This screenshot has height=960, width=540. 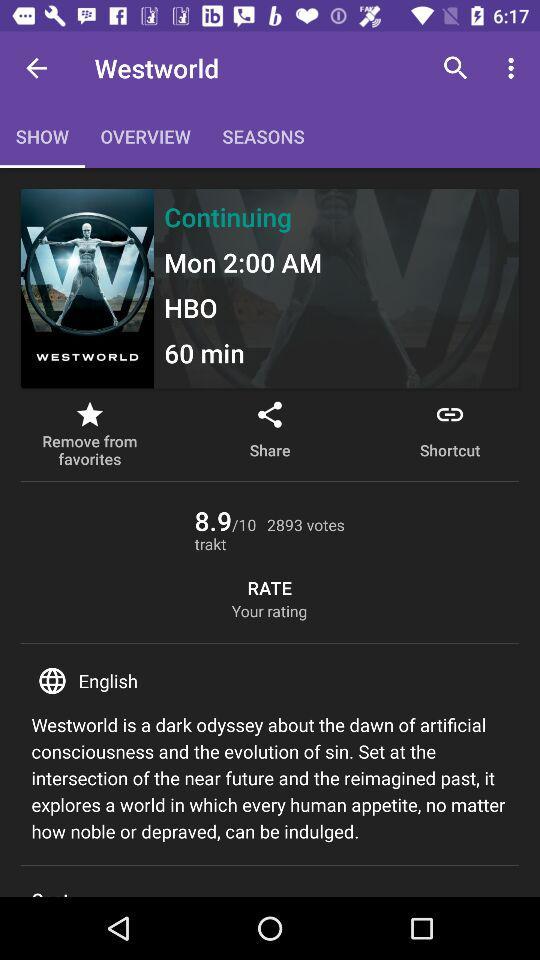 What do you see at coordinates (455, 68) in the screenshot?
I see `item to the right of seasons` at bounding box center [455, 68].